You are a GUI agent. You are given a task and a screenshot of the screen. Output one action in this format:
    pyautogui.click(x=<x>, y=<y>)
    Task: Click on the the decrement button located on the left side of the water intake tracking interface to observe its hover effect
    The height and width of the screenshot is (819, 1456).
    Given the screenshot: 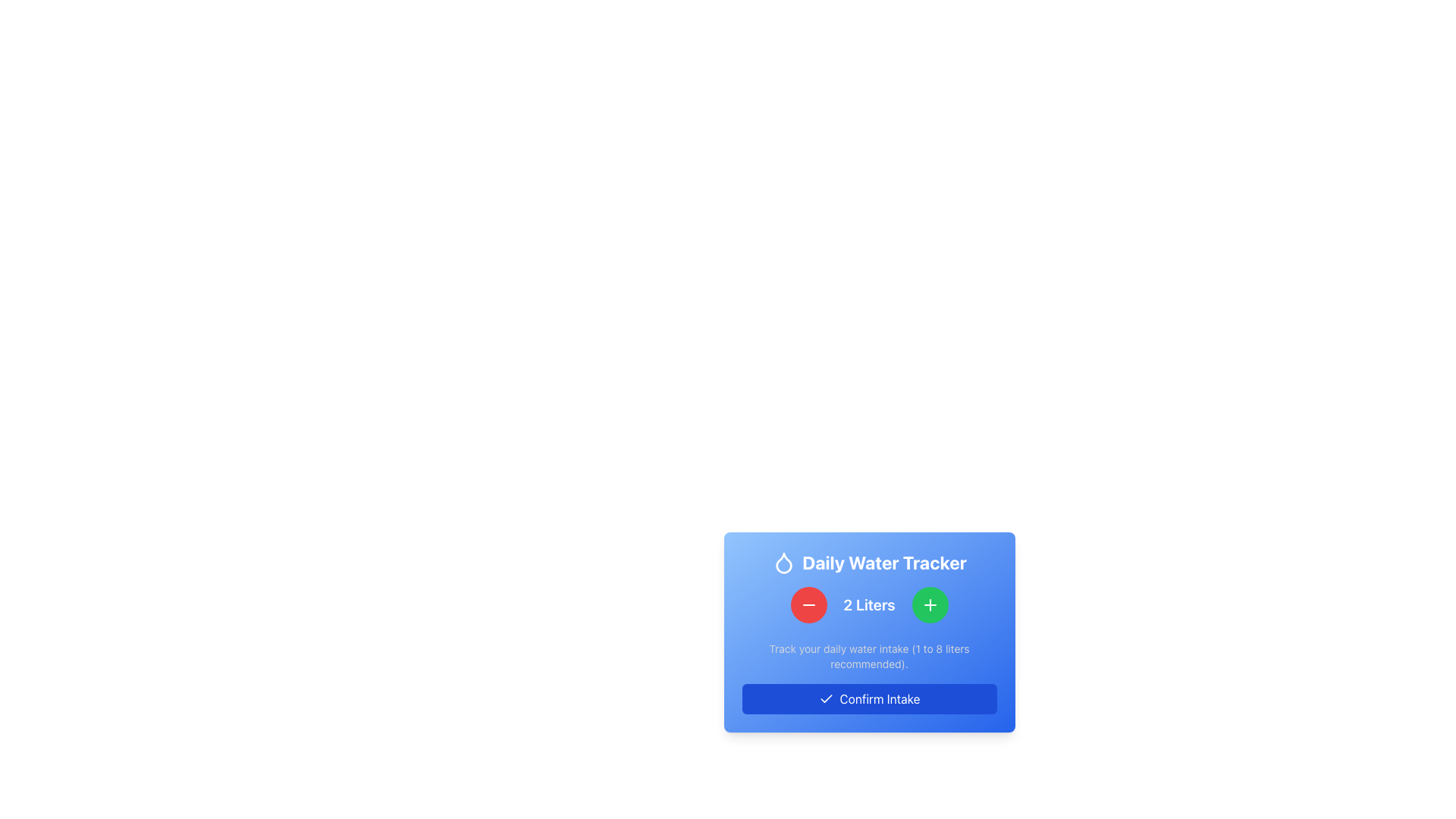 What is the action you would take?
    pyautogui.click(x=808, y=604)
    